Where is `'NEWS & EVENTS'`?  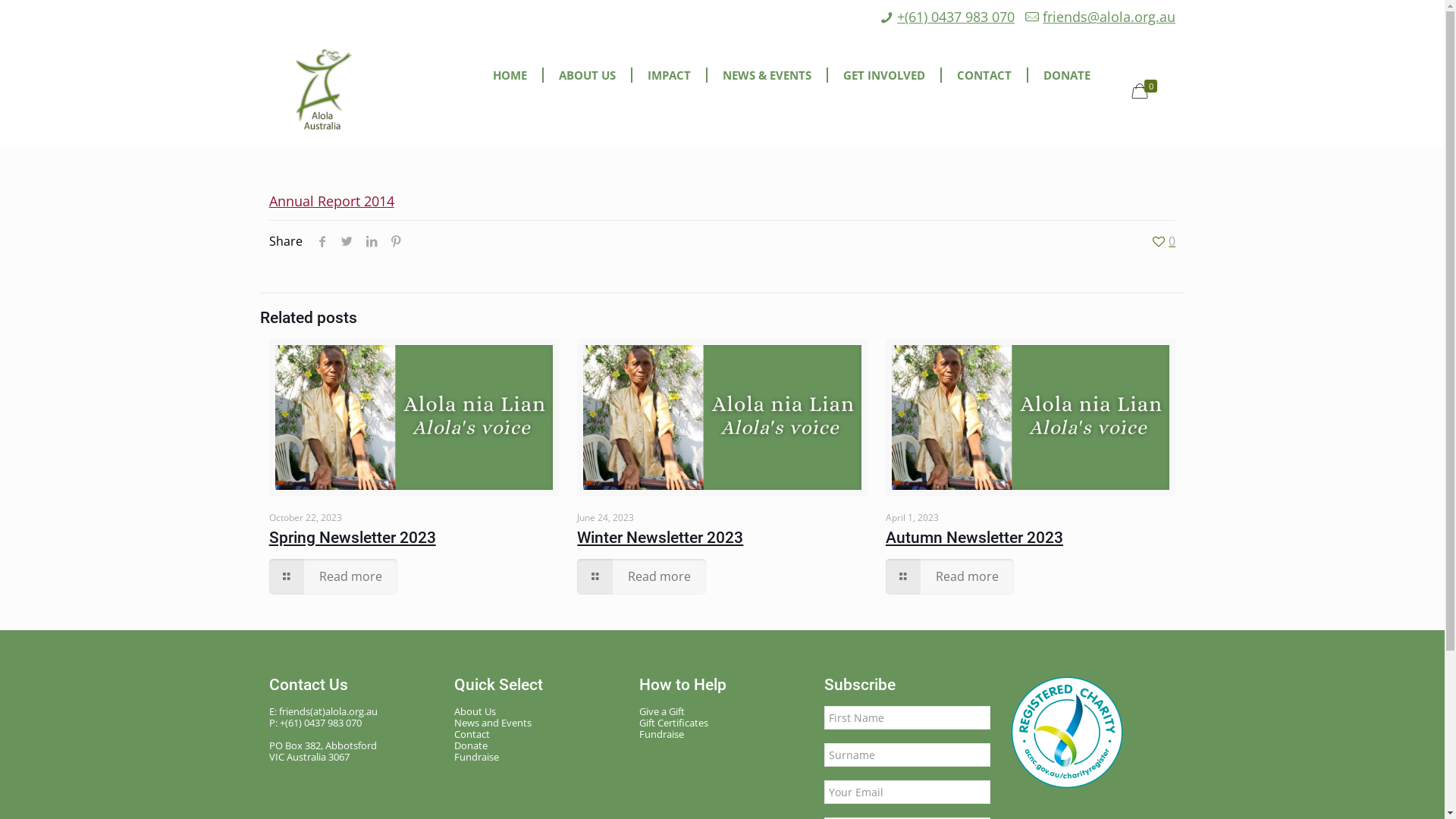
'NEWS & EVENTS' is located at coordinates (767, 75).